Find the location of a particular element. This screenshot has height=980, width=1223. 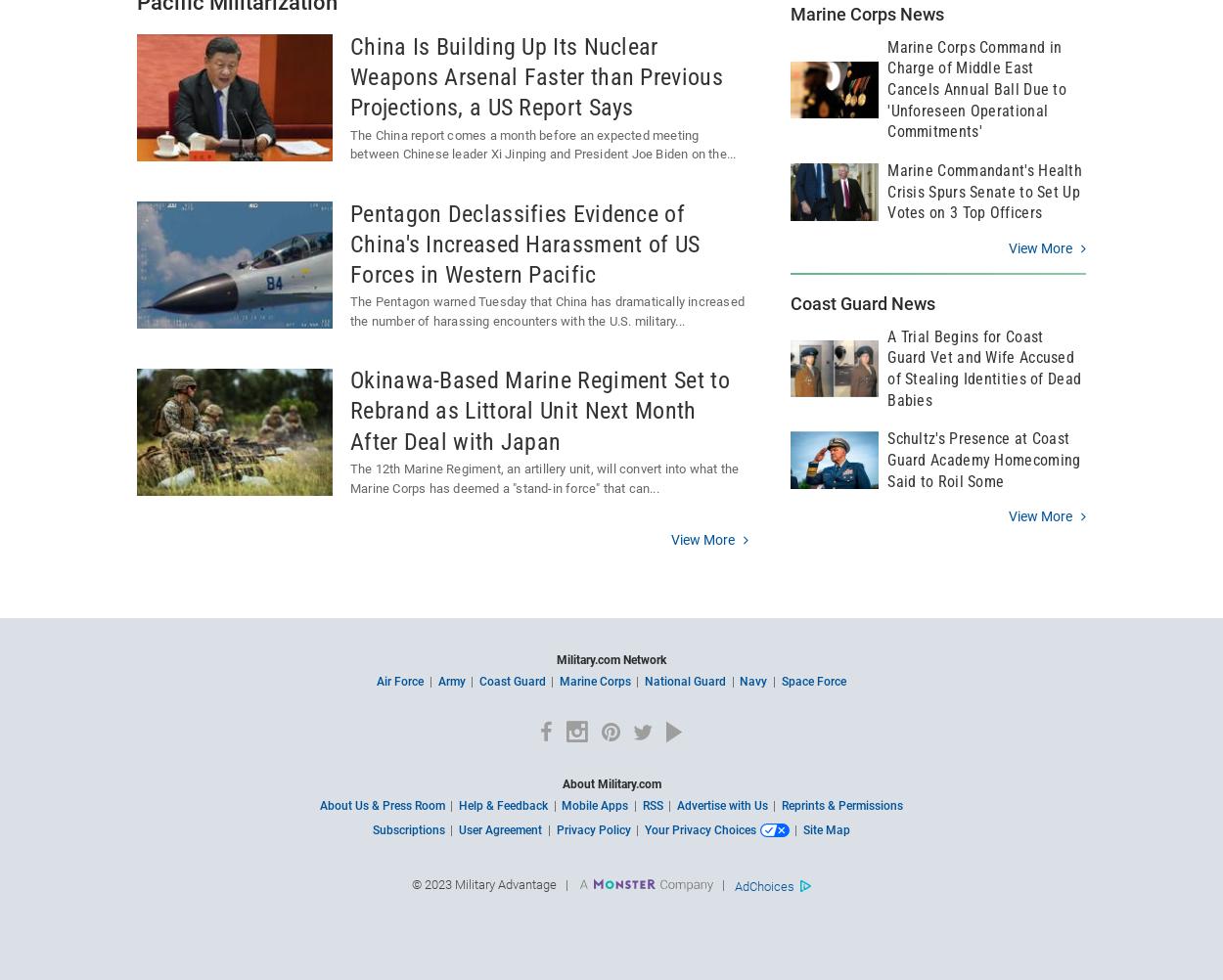

'About Us & Press Room' is located at coordinates (319, 804).